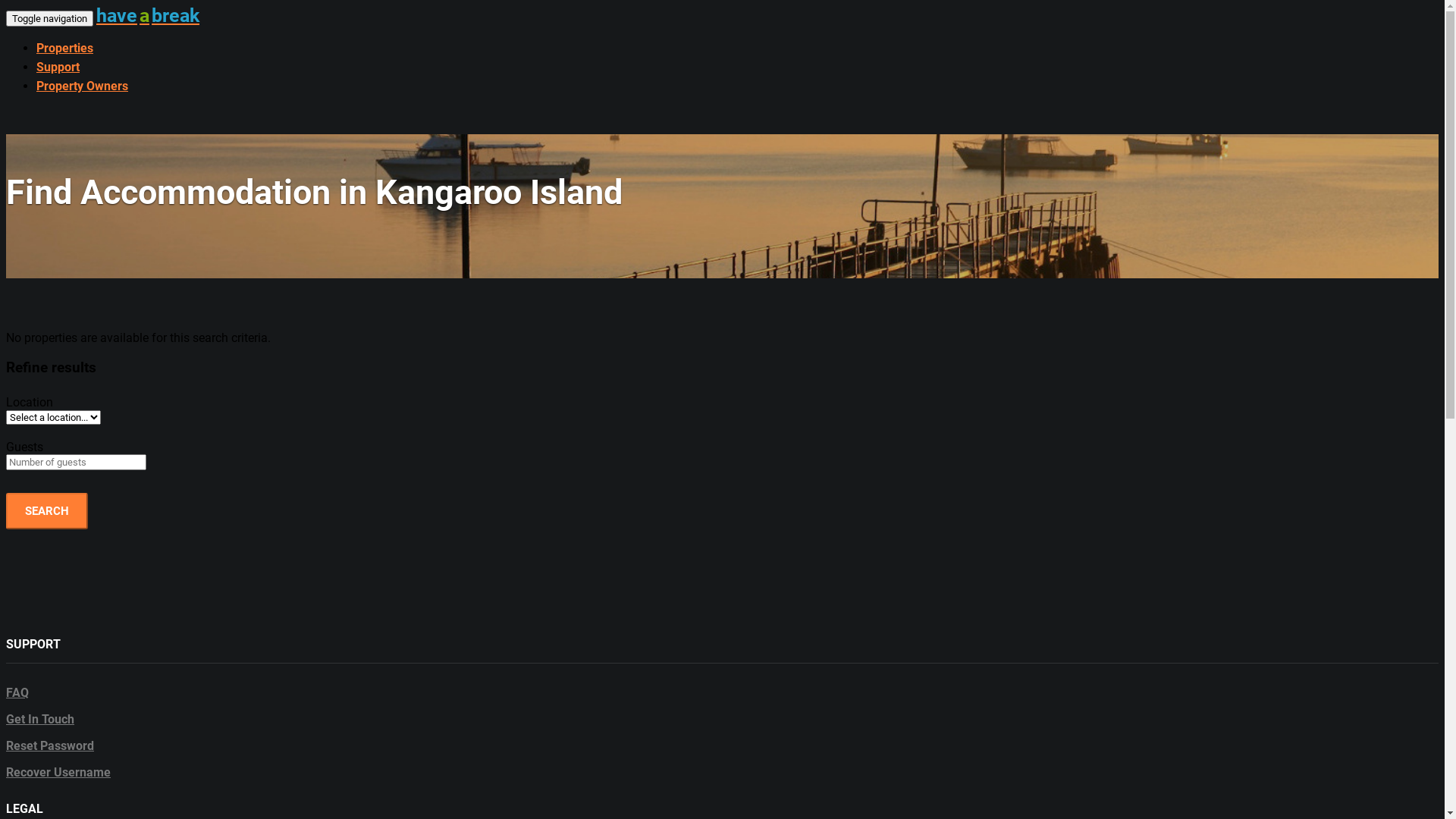 This screenshot has width=1456, height=819. Describe the element at coordinates (64, 47) in the screenshot. I see `'Properties'` at that location.